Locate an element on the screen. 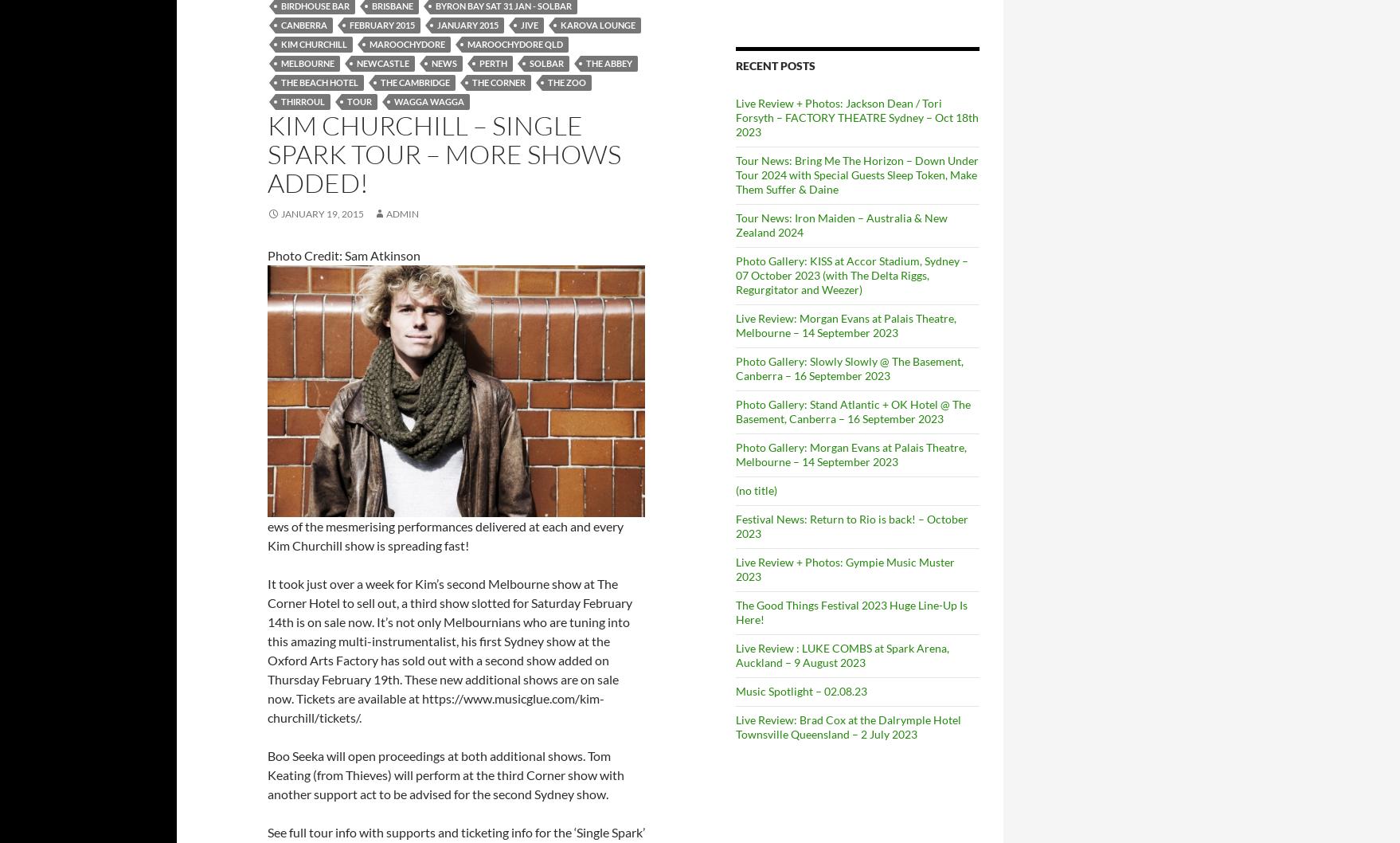  'The Beach Hotel' is located at coordinates (319, 81).